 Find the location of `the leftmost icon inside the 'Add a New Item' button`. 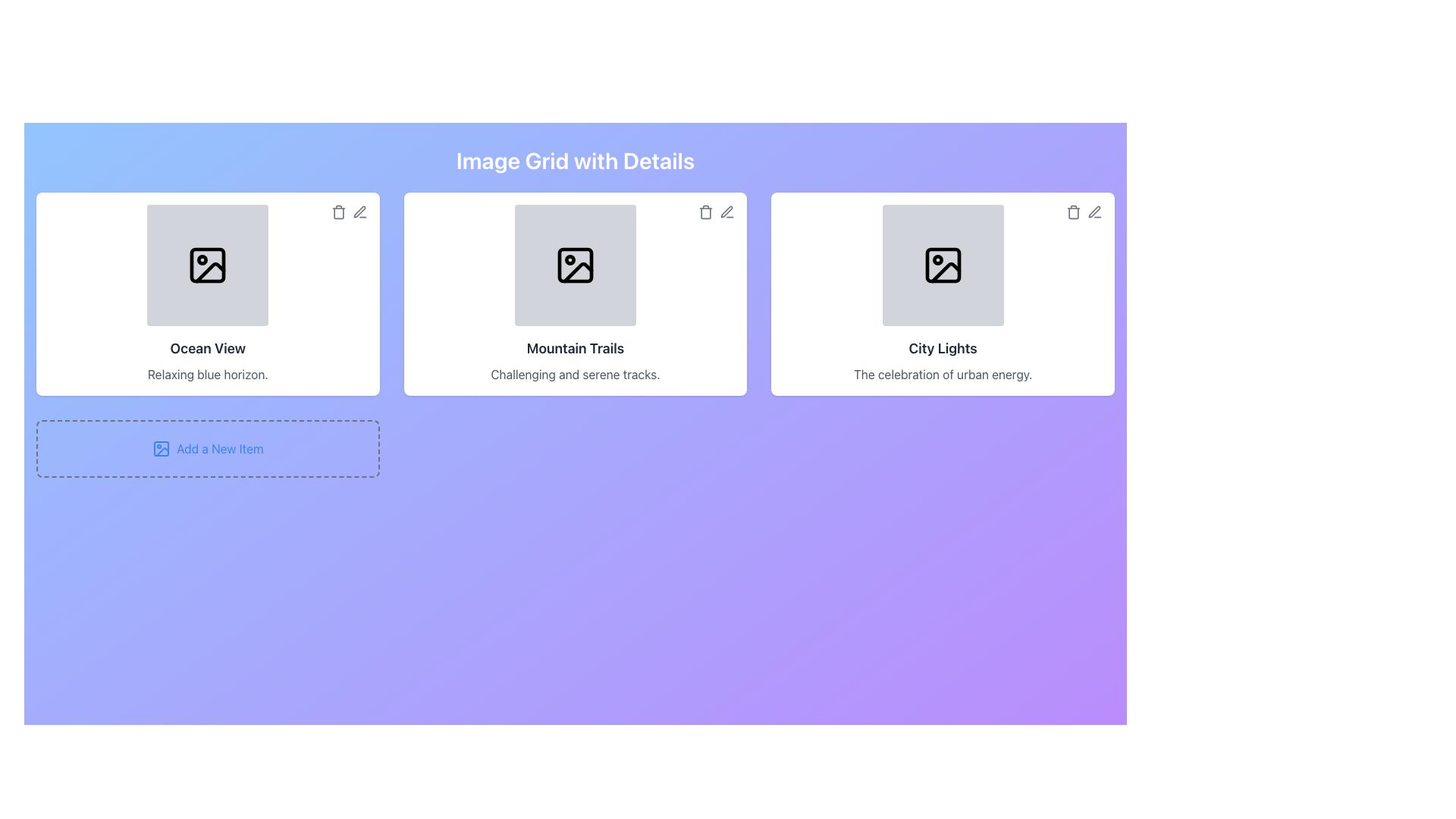

the leftmost icon inside the 'Add a New Item' button is located at coordinates (162, 447).